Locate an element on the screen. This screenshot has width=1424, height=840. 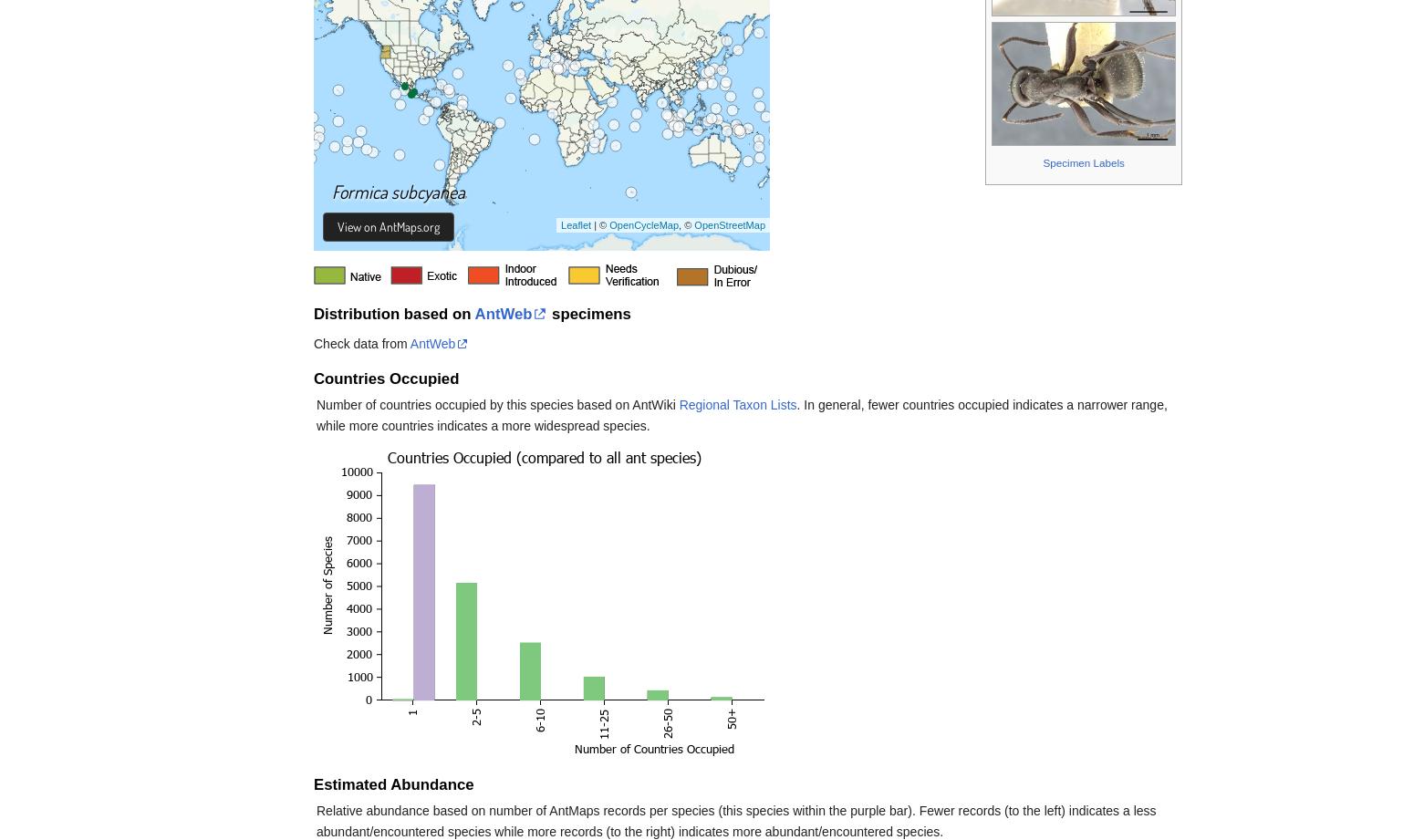
'. In general, fewer countries occupied indicates a narrower range, while more countries indicates a more widespread species.' is located at coordinates (740, 414).